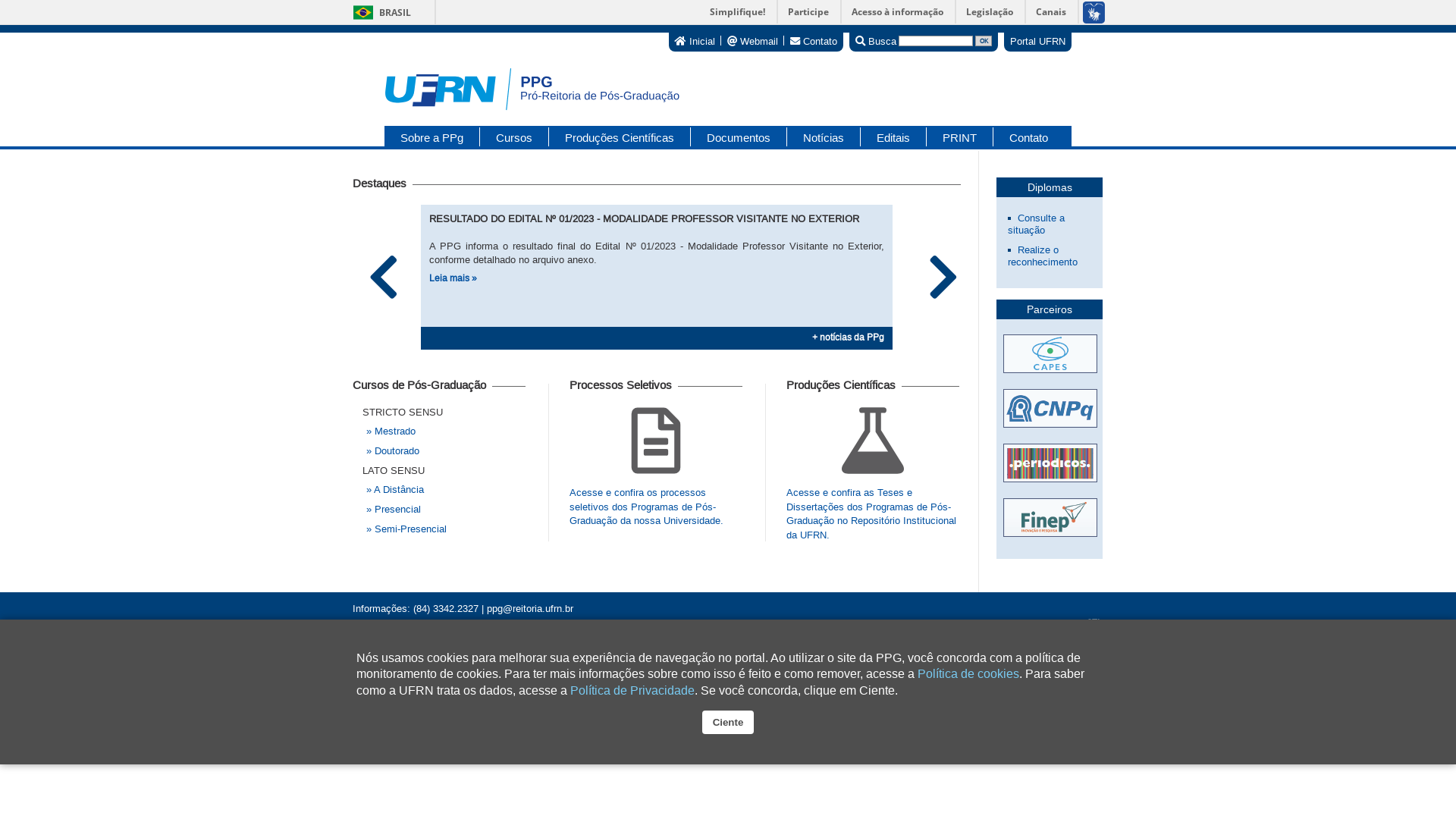 This screenshot has height=819, width=1456. I want to click on 'OK', so click(975, 40).